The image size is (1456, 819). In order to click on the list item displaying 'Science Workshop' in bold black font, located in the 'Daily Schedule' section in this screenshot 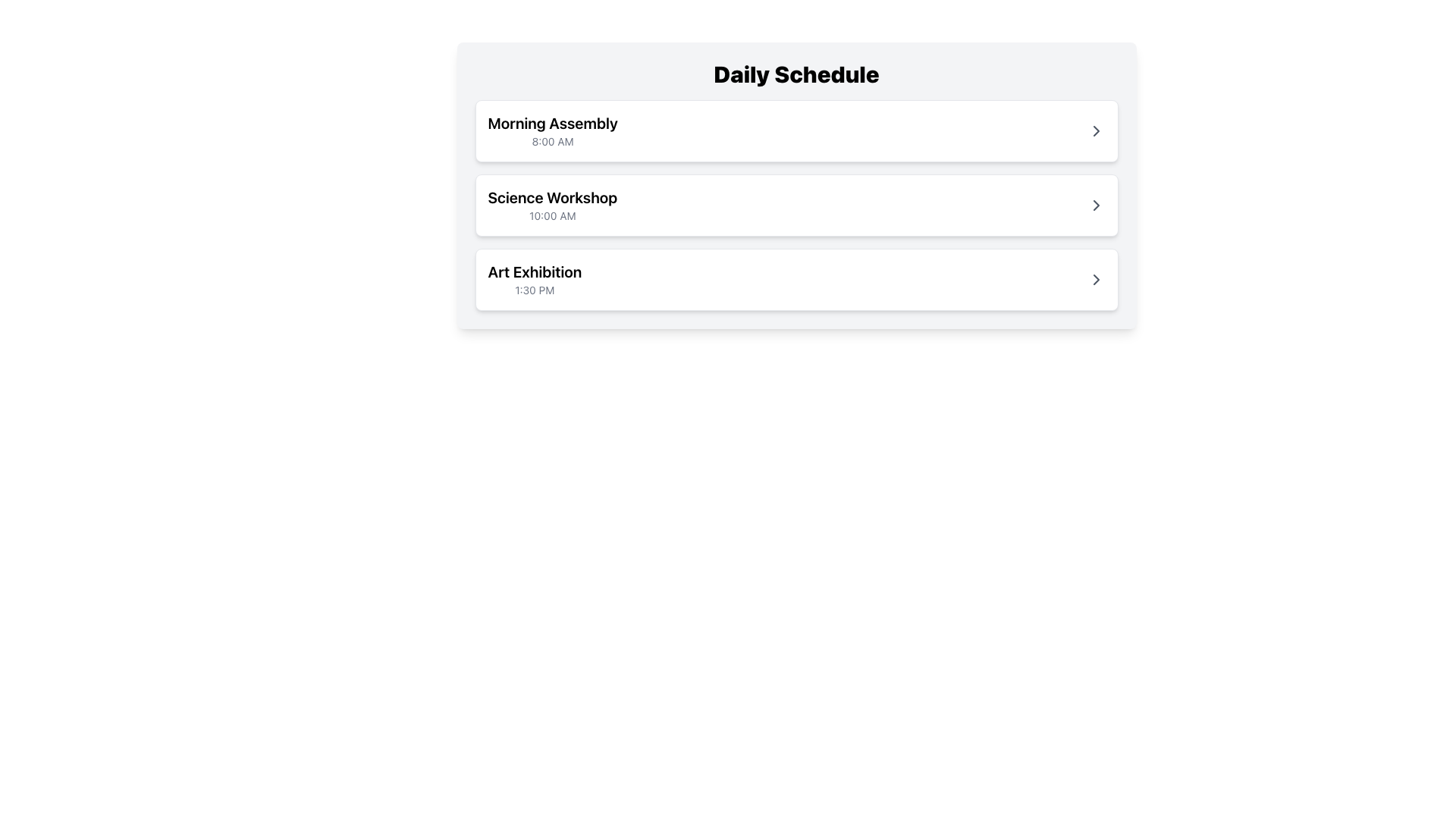, I will do `click(795, 205)`.